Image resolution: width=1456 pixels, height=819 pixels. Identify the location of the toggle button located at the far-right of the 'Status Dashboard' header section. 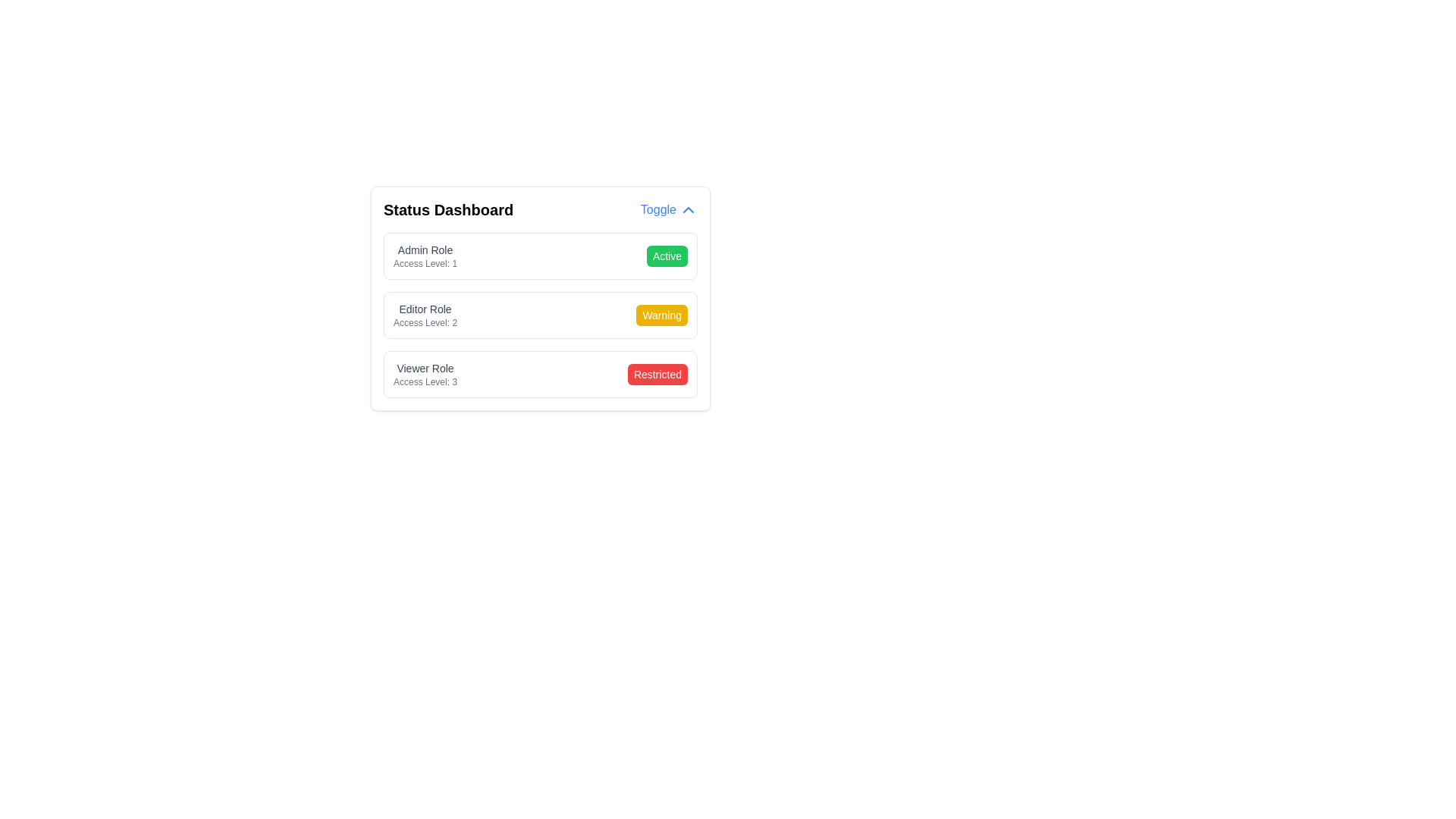
(668, 210).